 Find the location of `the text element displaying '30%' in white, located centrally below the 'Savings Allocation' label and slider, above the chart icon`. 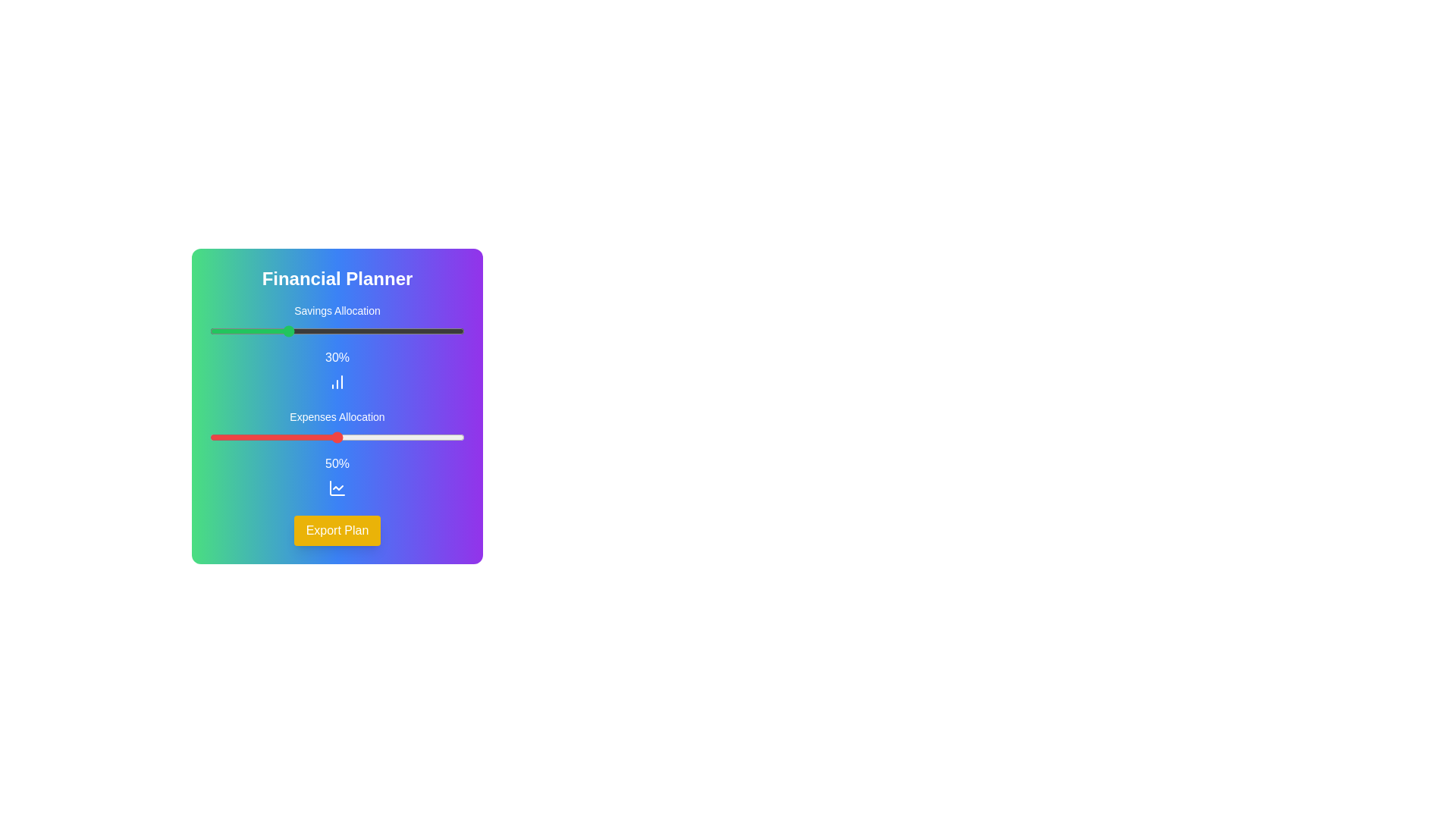

the text element displaying '30%' in white, located centrally below the 'Savings Allocation' label and slider, above the chart icon is located at coordinates (337, 357).